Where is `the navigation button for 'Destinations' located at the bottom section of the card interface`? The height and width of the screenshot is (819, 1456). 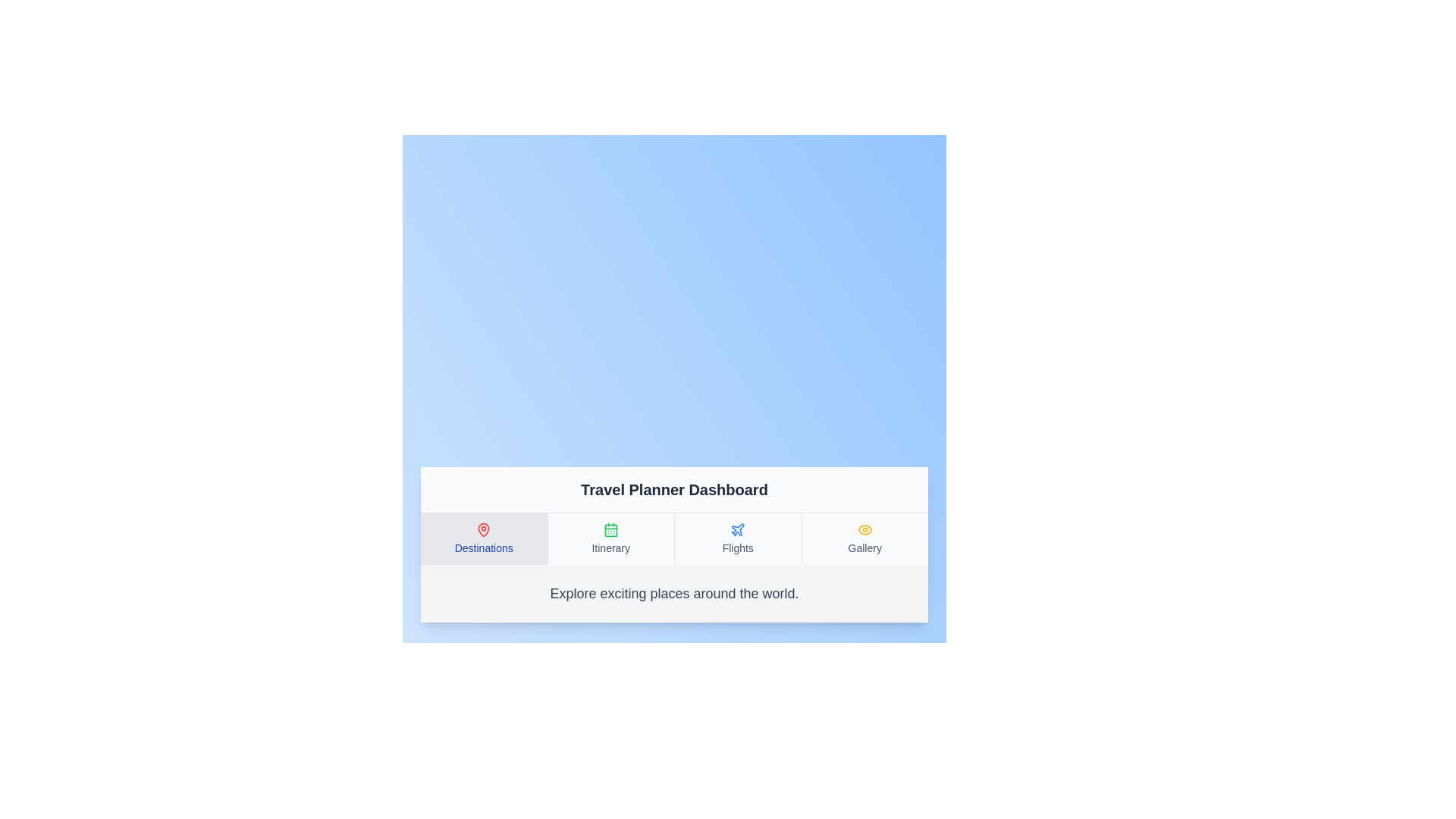 the navigation button for 'Destinations' located at the bottom section of the card interface is located at coordinates (483, 538).